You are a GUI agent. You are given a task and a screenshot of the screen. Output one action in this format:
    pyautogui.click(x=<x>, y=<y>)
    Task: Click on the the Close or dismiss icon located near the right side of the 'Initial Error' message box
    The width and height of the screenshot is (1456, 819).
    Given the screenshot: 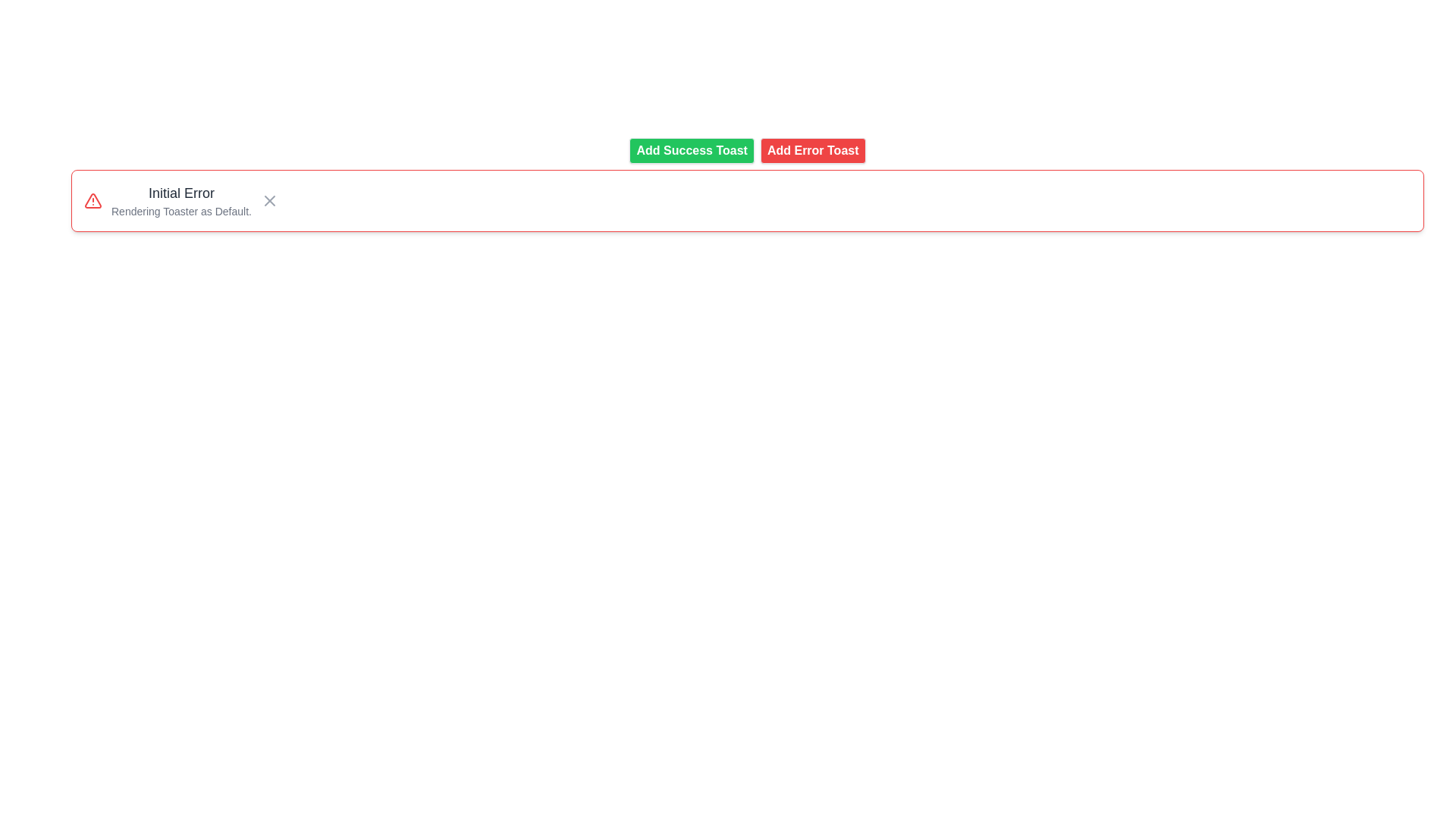 What is the action you would take?
    pyautogui.click(x=269, y=200)
    